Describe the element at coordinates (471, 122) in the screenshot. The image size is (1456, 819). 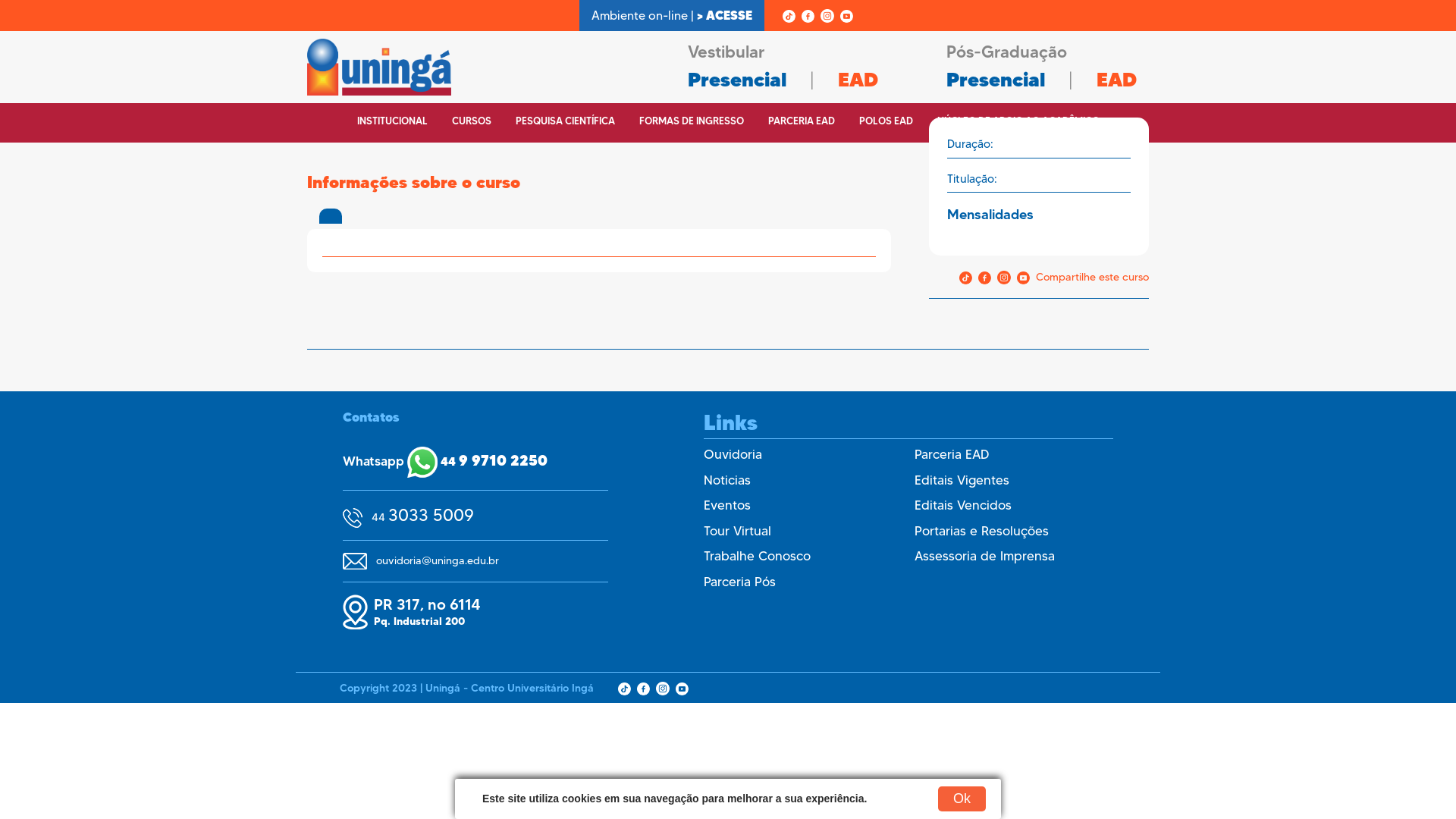
I see `'CURSOS'` at that location.